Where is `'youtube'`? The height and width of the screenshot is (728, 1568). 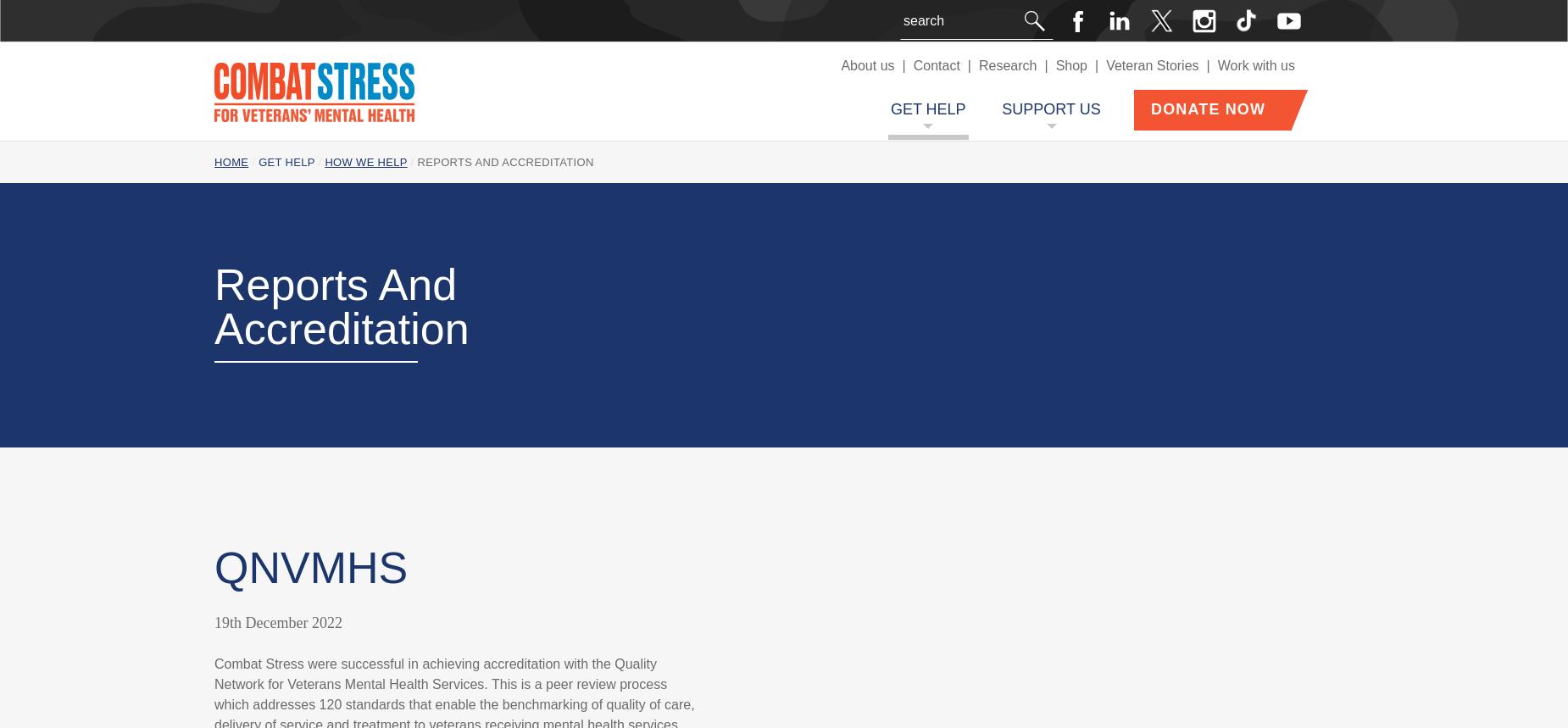 'youtube' is located at coordinates (1333, 22).